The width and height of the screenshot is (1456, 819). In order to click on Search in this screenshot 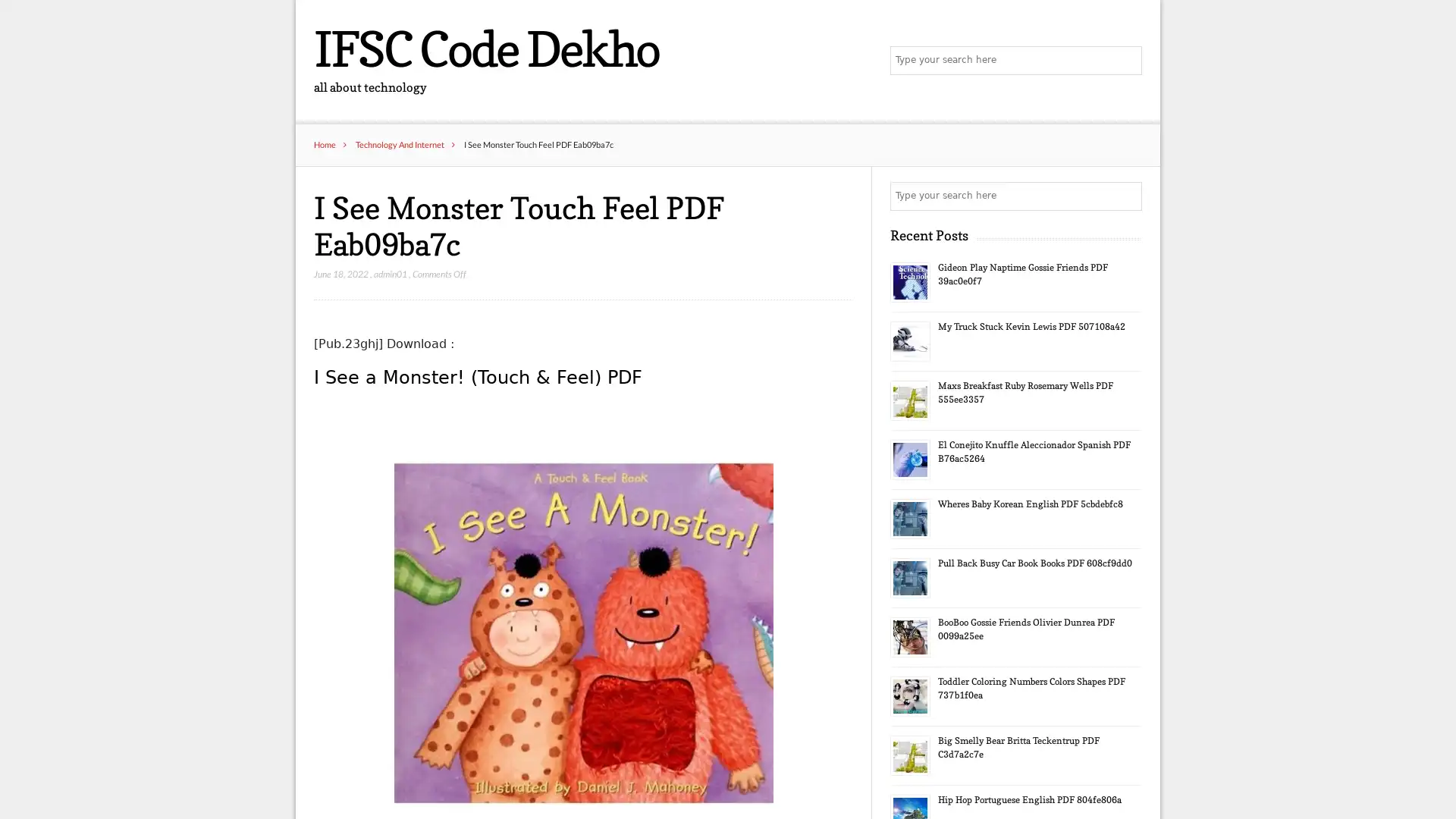, I will do `click(1126, 196)`.